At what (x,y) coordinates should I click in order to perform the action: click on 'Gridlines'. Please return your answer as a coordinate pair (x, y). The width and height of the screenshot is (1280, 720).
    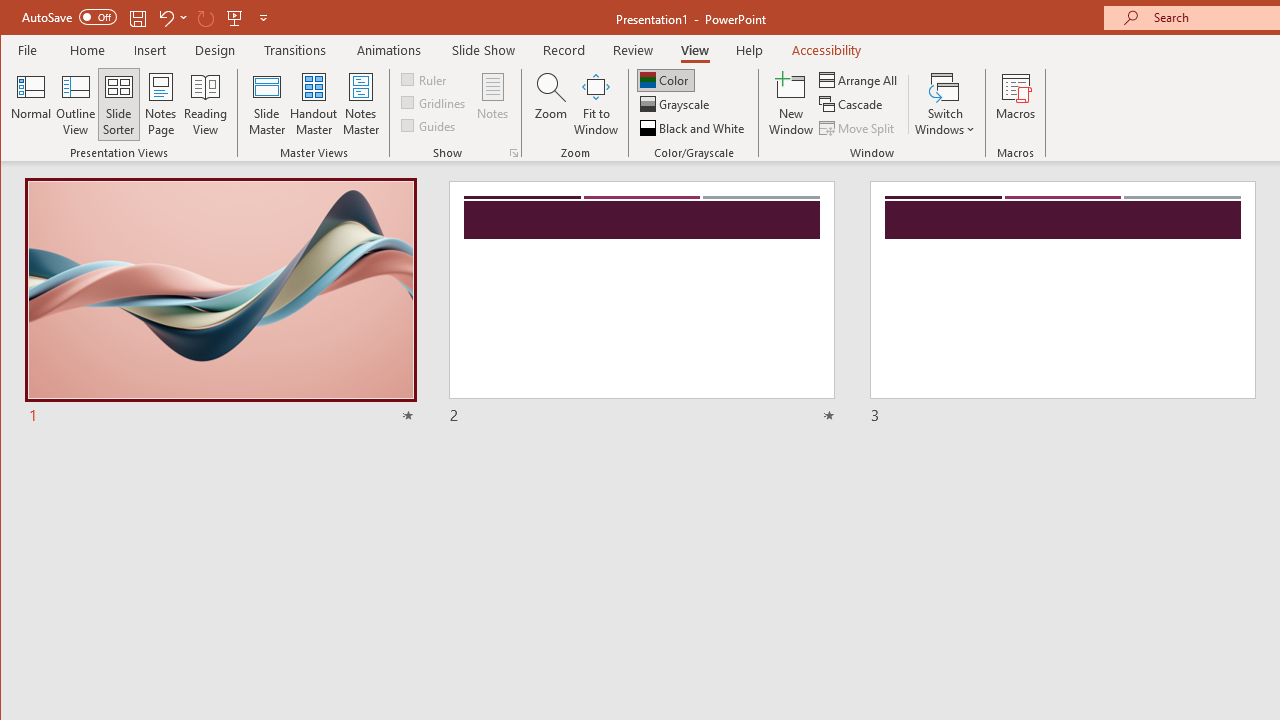
    Looking at the image, I should click on (434, 102).